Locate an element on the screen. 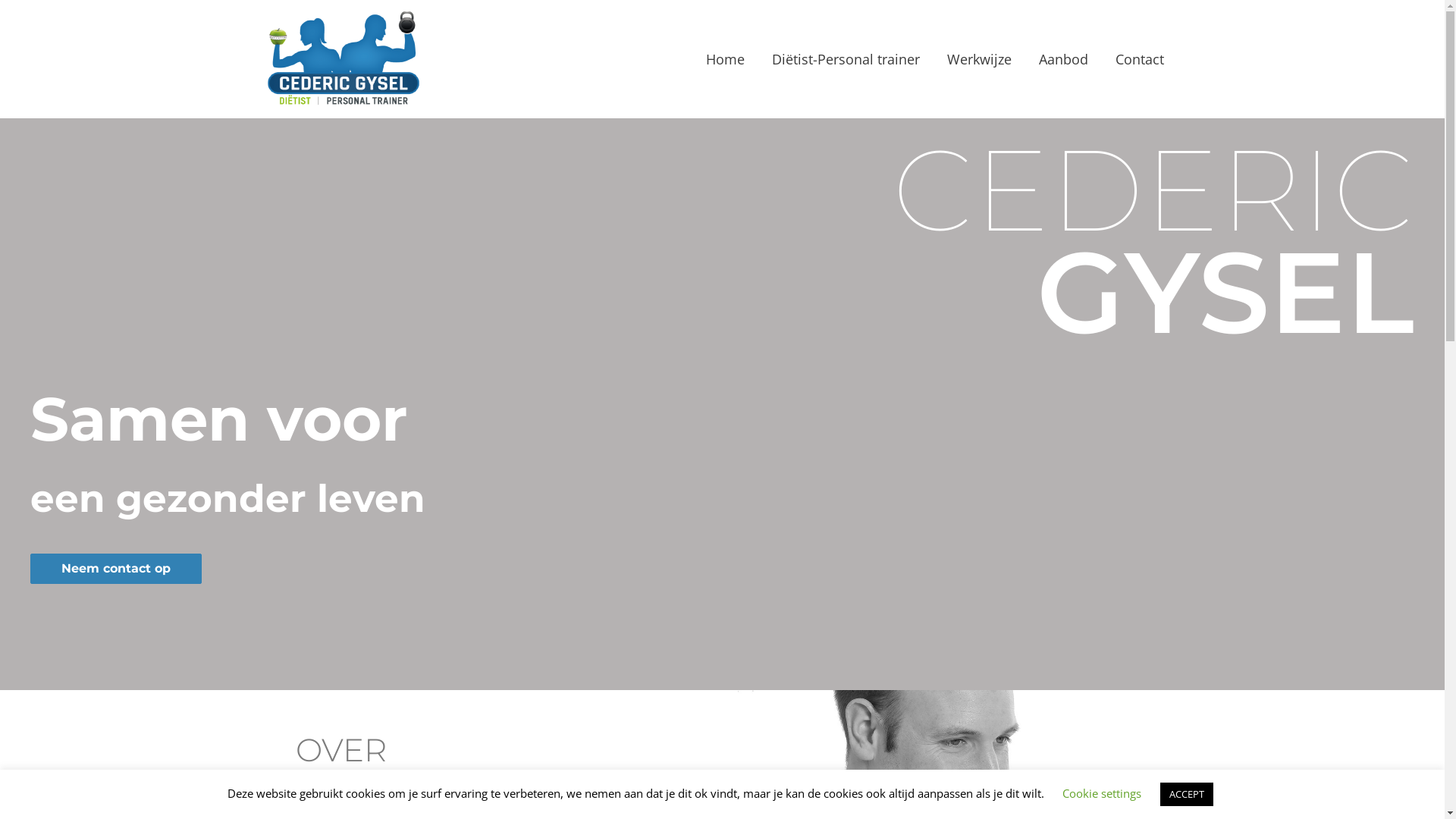  'Home' is located at coordinates (691, 58).